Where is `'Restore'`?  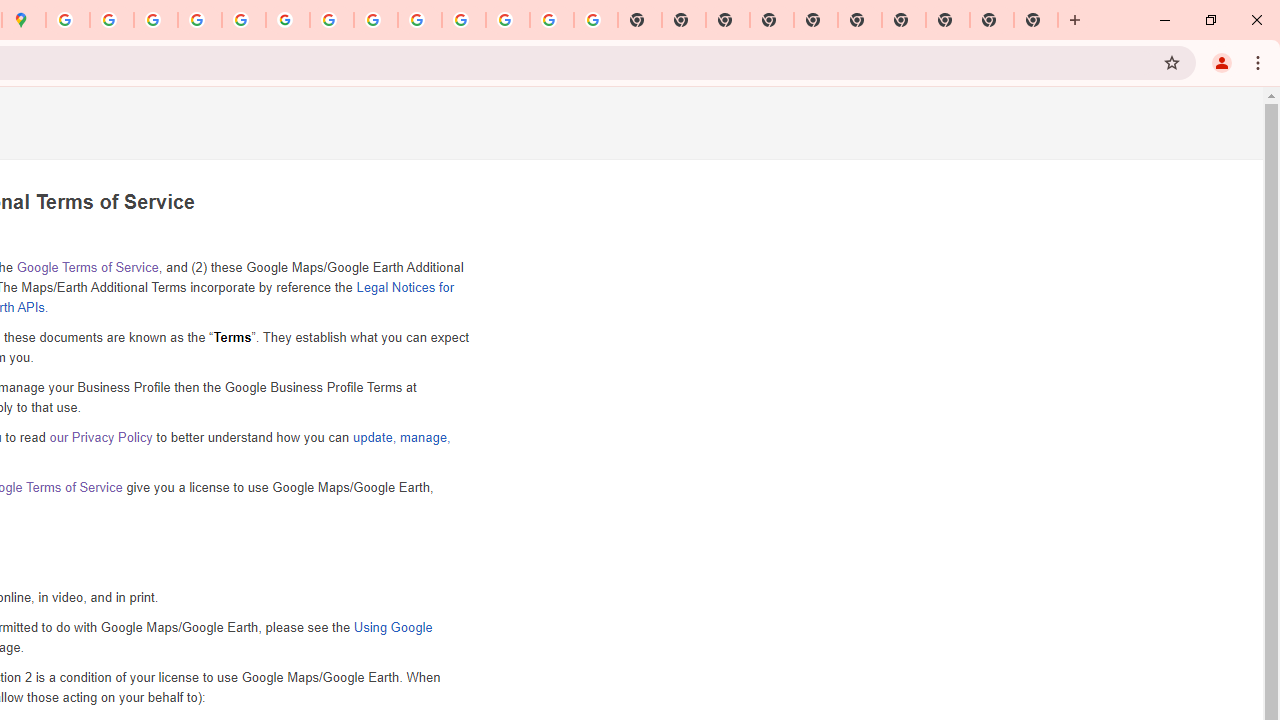 'Restore' is located at coordinates (1209, 20).